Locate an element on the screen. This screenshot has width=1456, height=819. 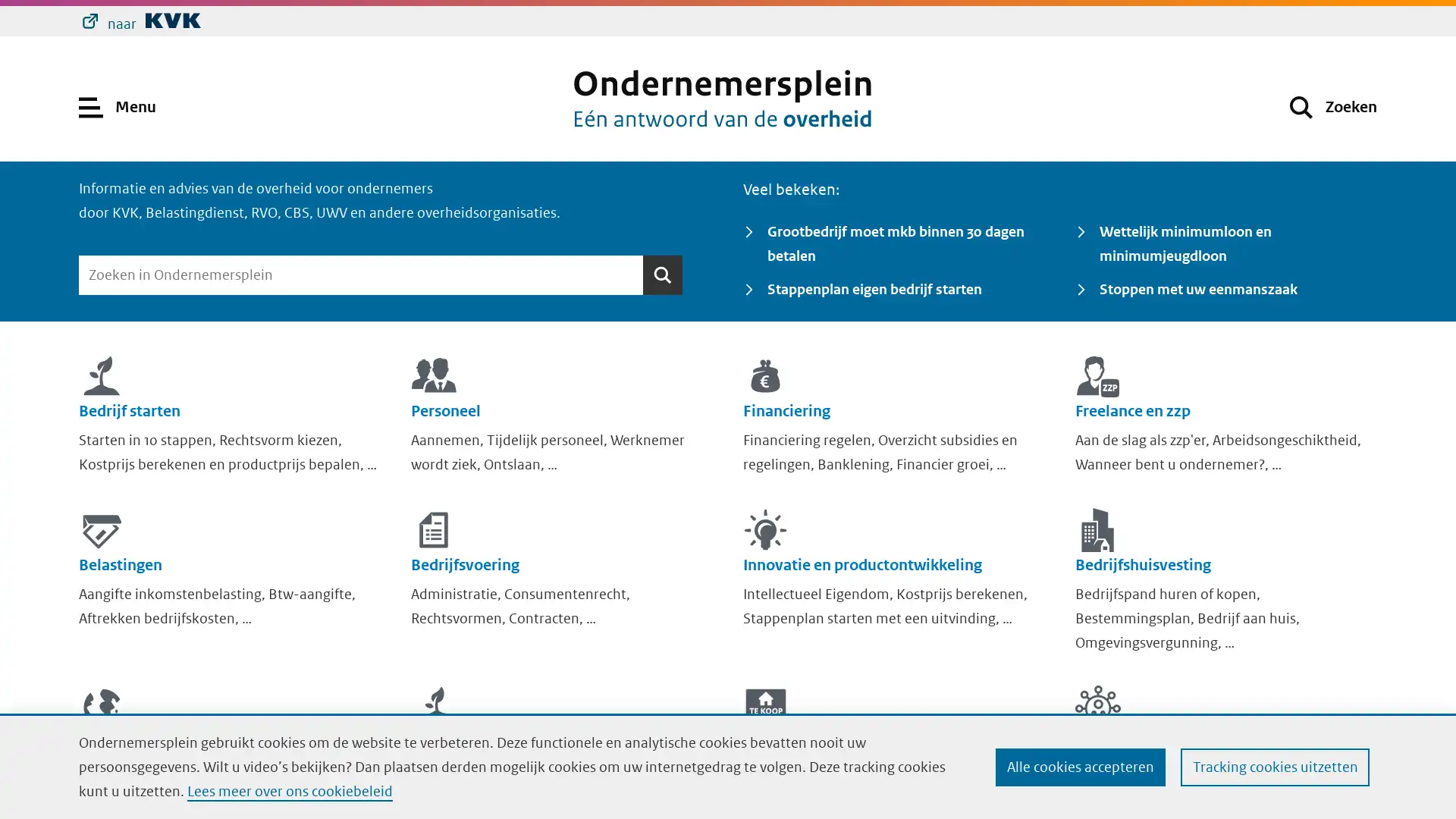
Alle cookies accepteren is located at coordinates (1080, 767).